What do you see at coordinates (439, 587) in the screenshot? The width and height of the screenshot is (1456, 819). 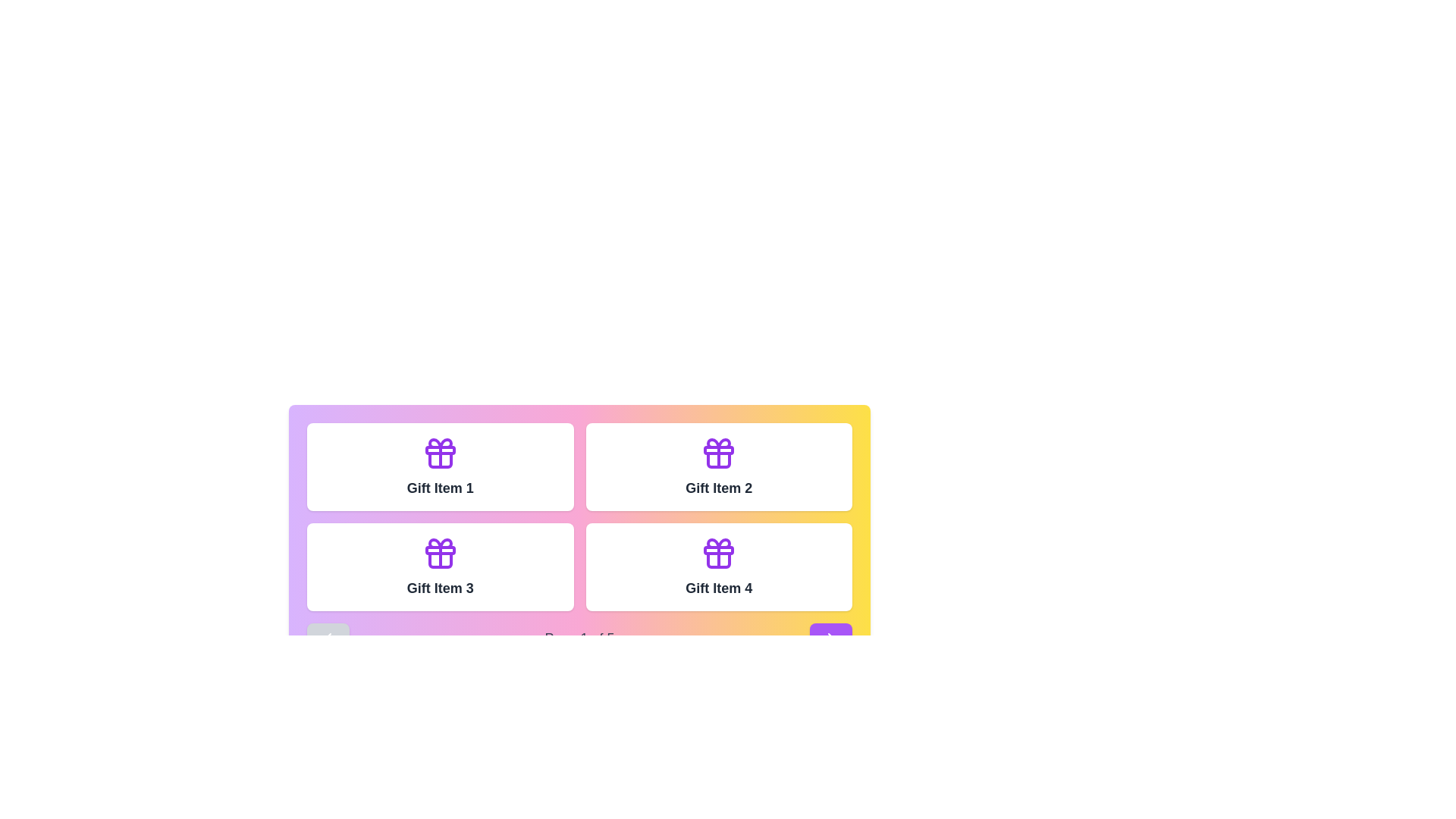 I see `text label displaying 'Gift Item 3', which is located at the bottom-left of the grid layout, under the second row and first column of items, below the gift icon` at bounding box center [439, 587].